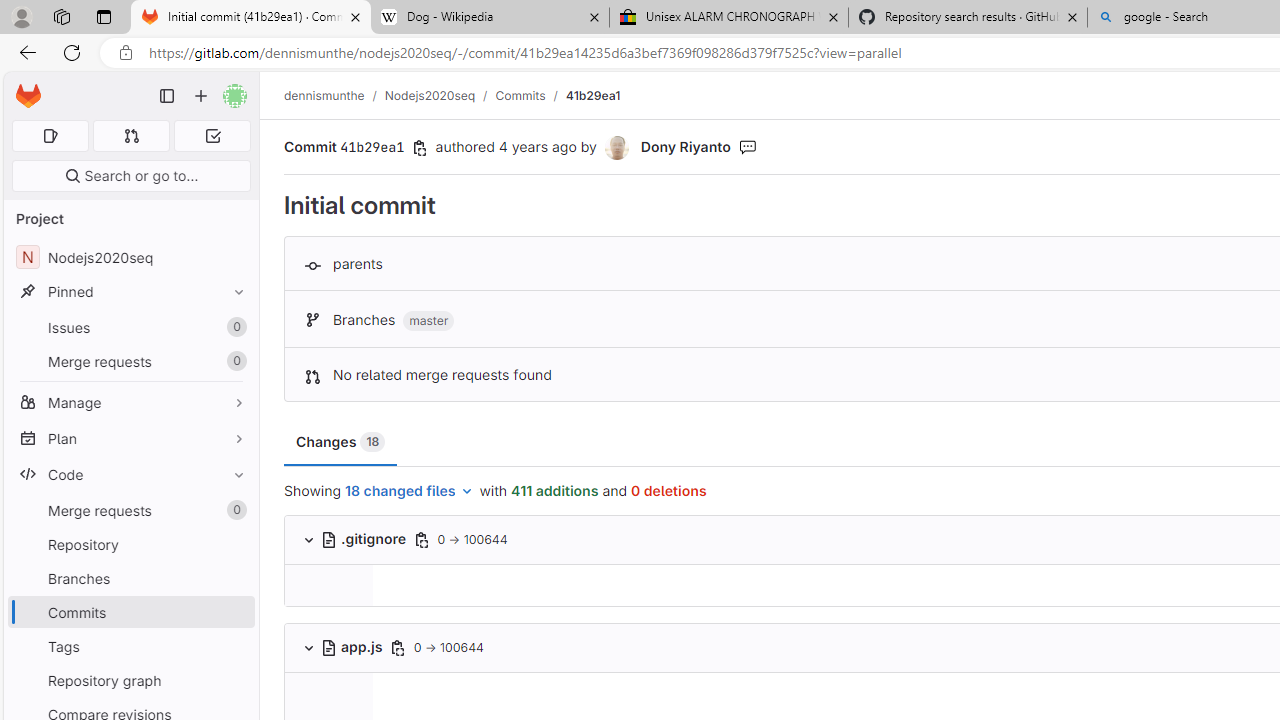 The width and height of the screenshot is (1280, 720). Describe the element at coordinates (234, 611) in the screenshot. I see `'Pin Commits'` at that location.